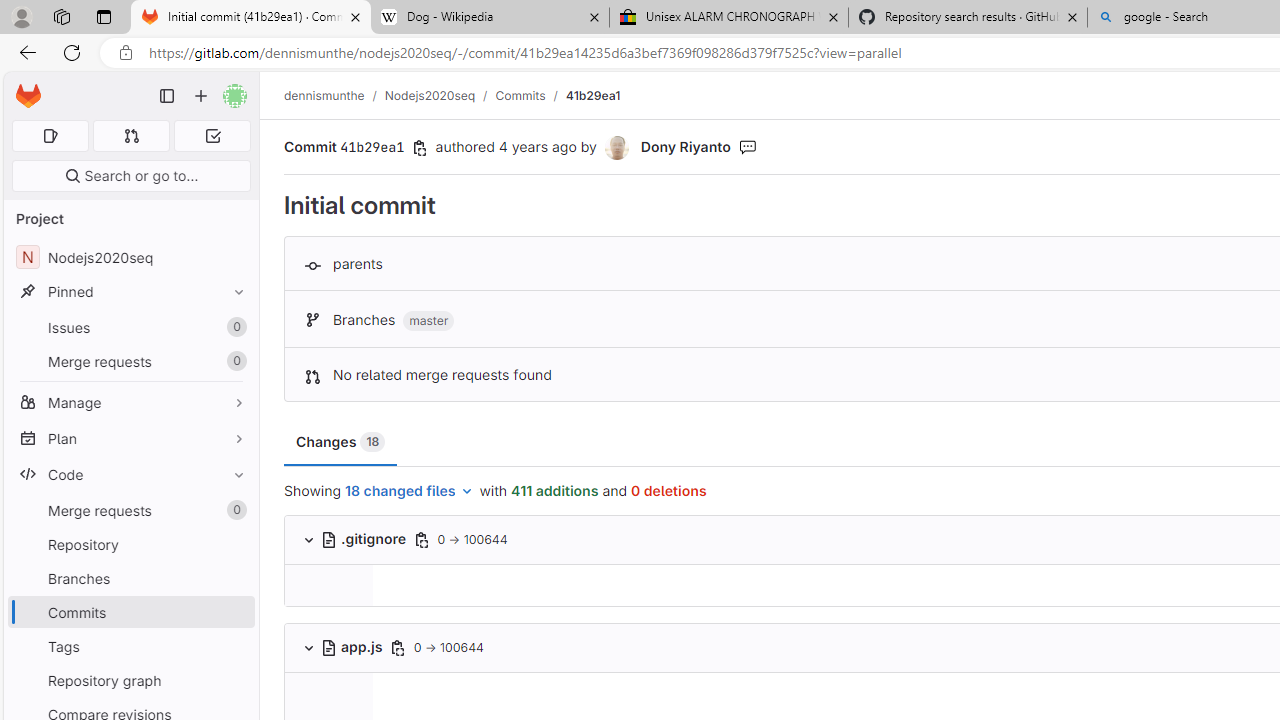 The width and height of the screenshot is (1280, 720). Describe the element at coordinates (234, 611) in the screenshot. I see `'Pin Commits'` at that location.